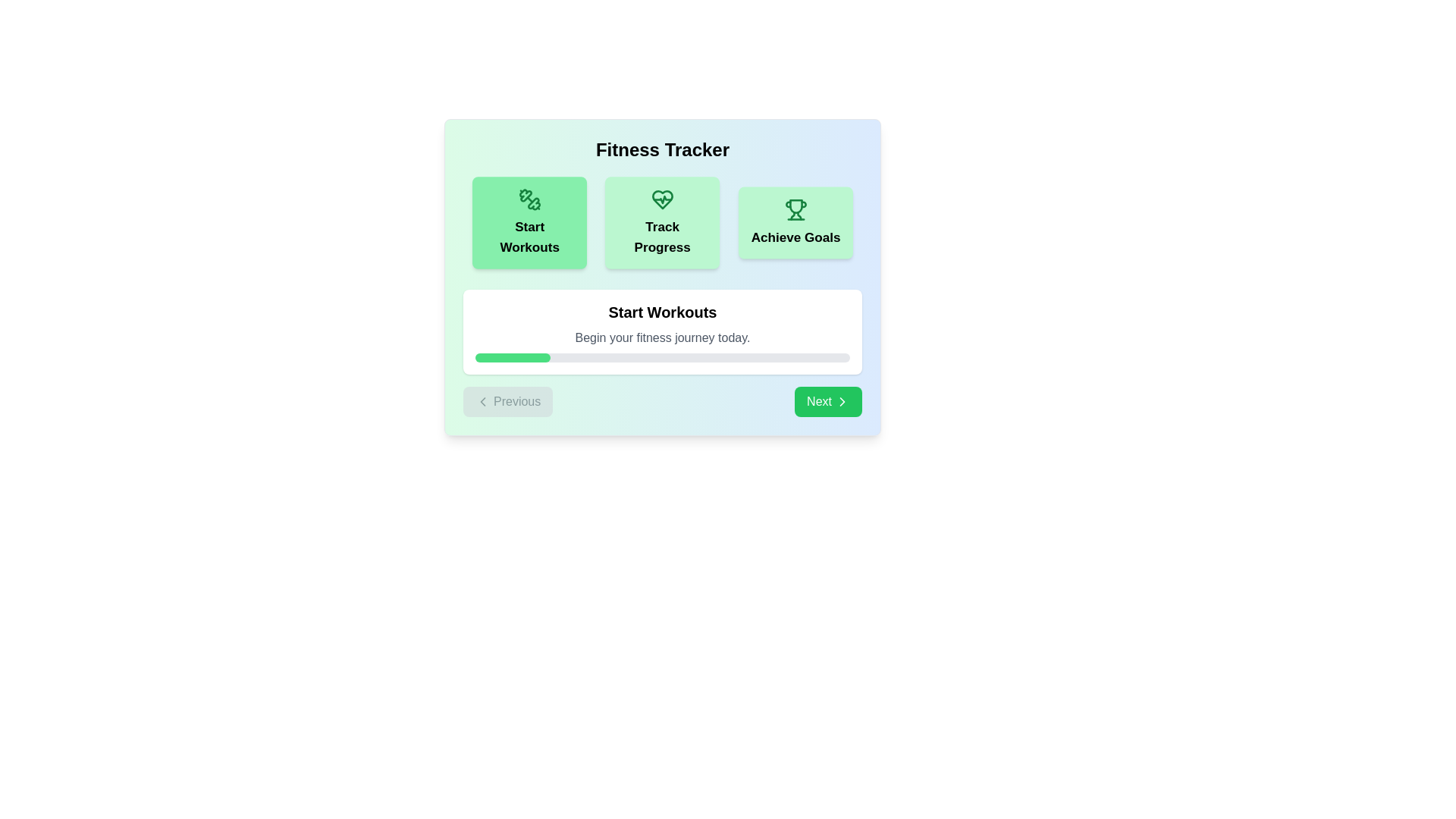 The height and width of the screenshot is (819, 1456). I want to click on the green trophy SVG icon located above the 'Achieve Goals' text, which is the central component of the third button group from the left in the primary button row, so click(795, 206).